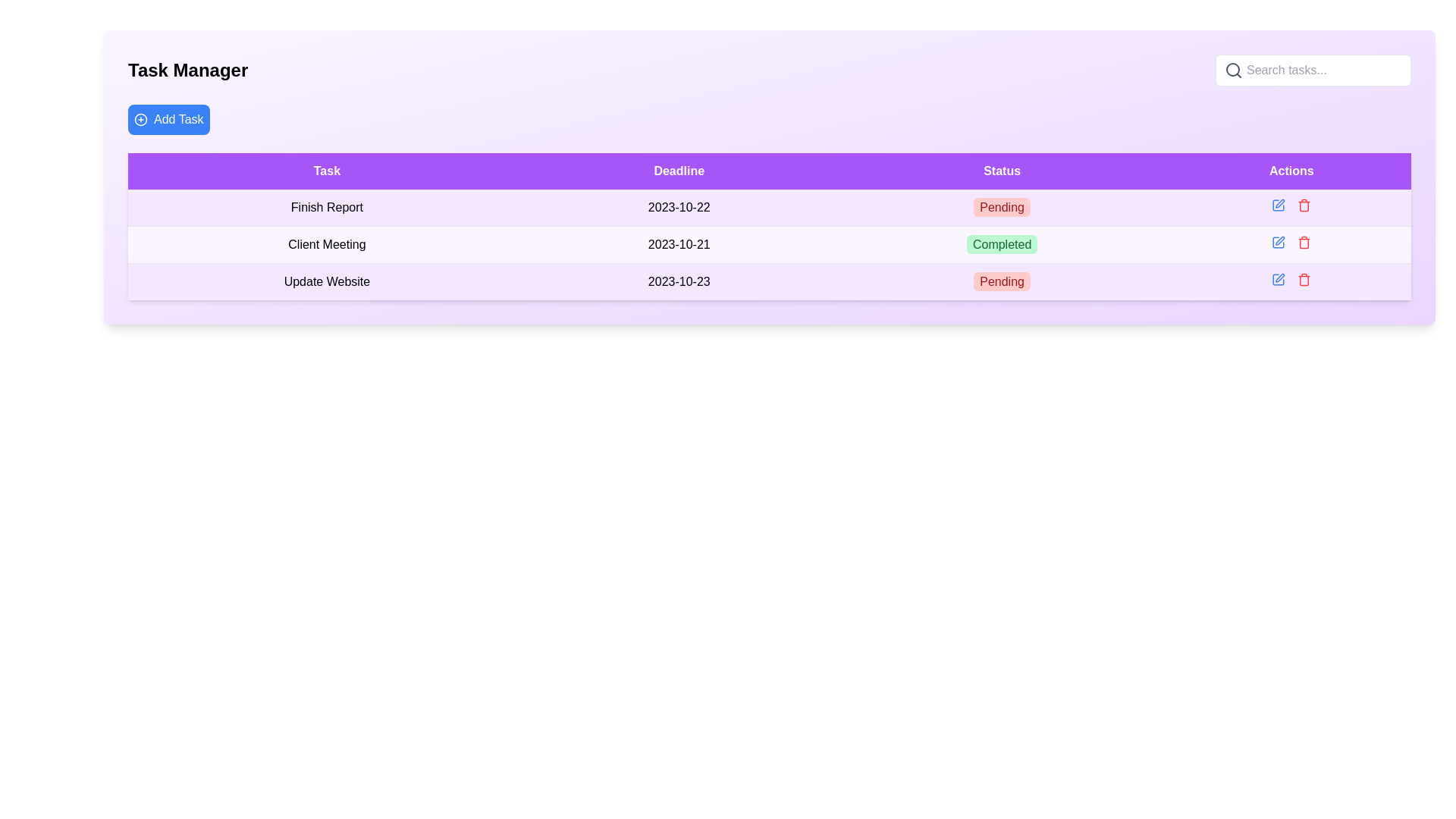  I want to click on the search icon, which is a modern magnifying glass located at the top-right side of the search bar, so click(1234, 70).